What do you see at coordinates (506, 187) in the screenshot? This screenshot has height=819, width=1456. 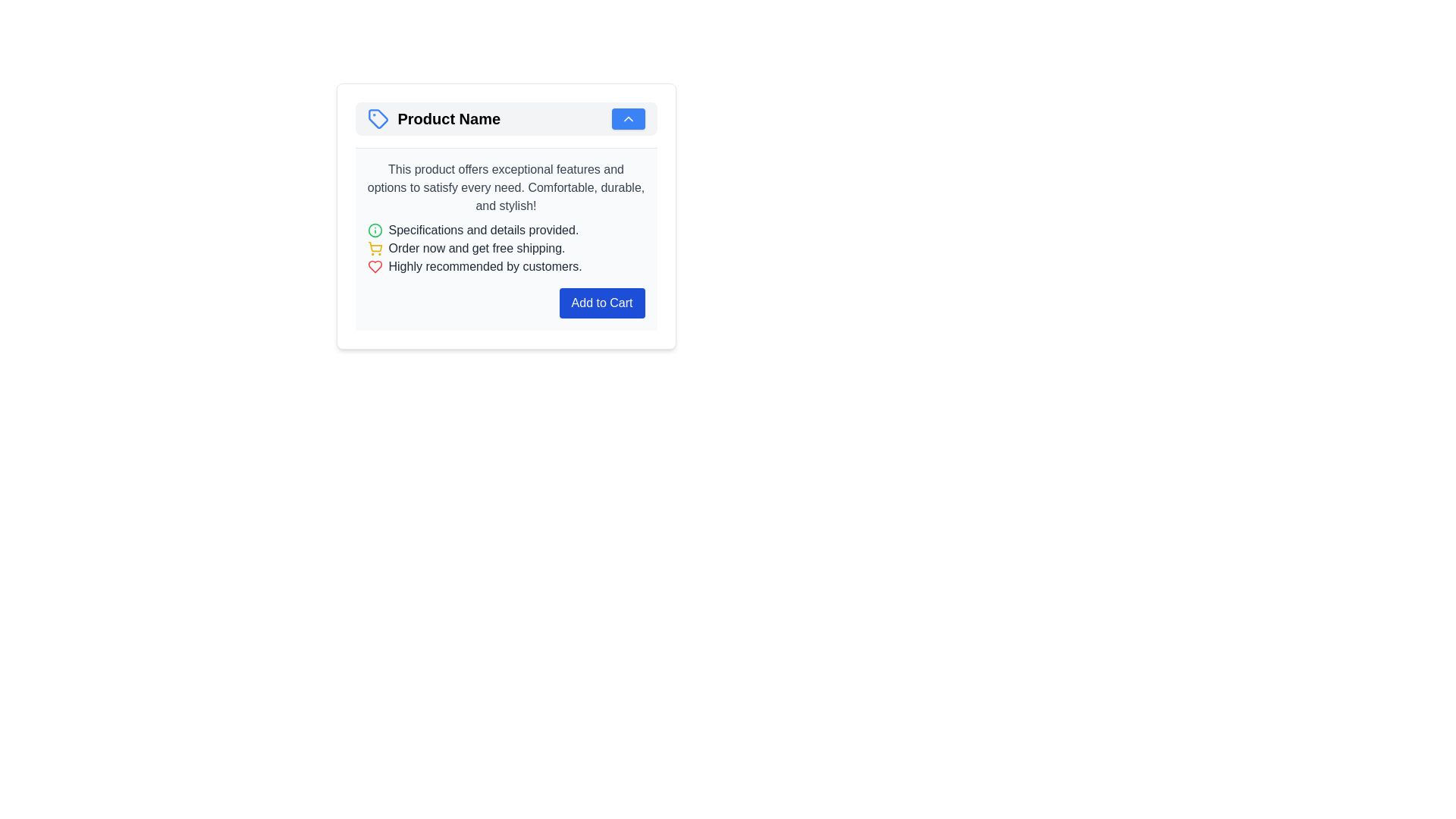 I see `non-interactive text element that provides a descriptive summary of the product's key highlights, located directly below the 'Product Name' heading` at bounding box center [506, 187].